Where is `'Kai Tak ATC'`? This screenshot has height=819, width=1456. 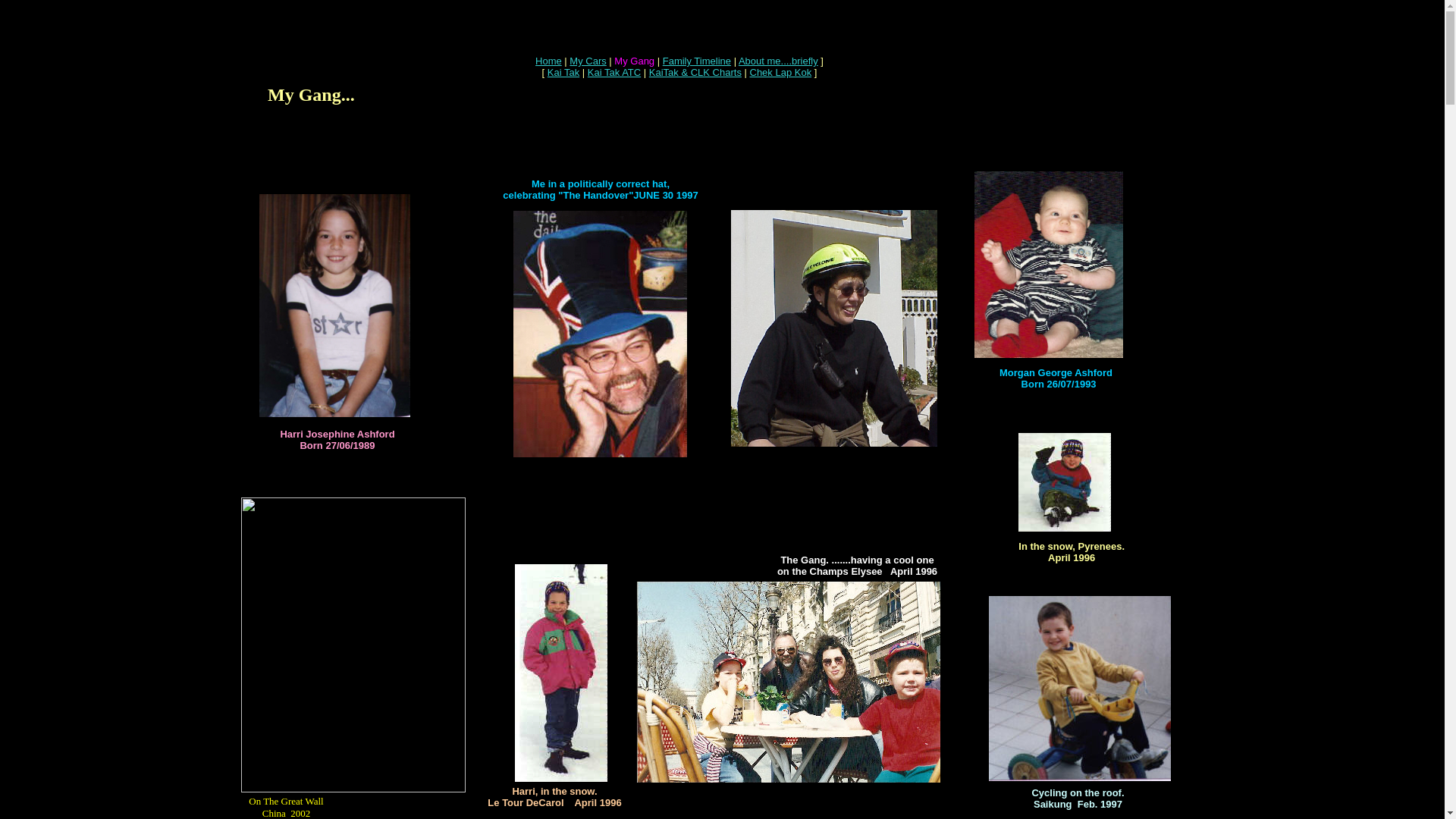 'Kai Tak ATC' is located at coordinates (614, 72).